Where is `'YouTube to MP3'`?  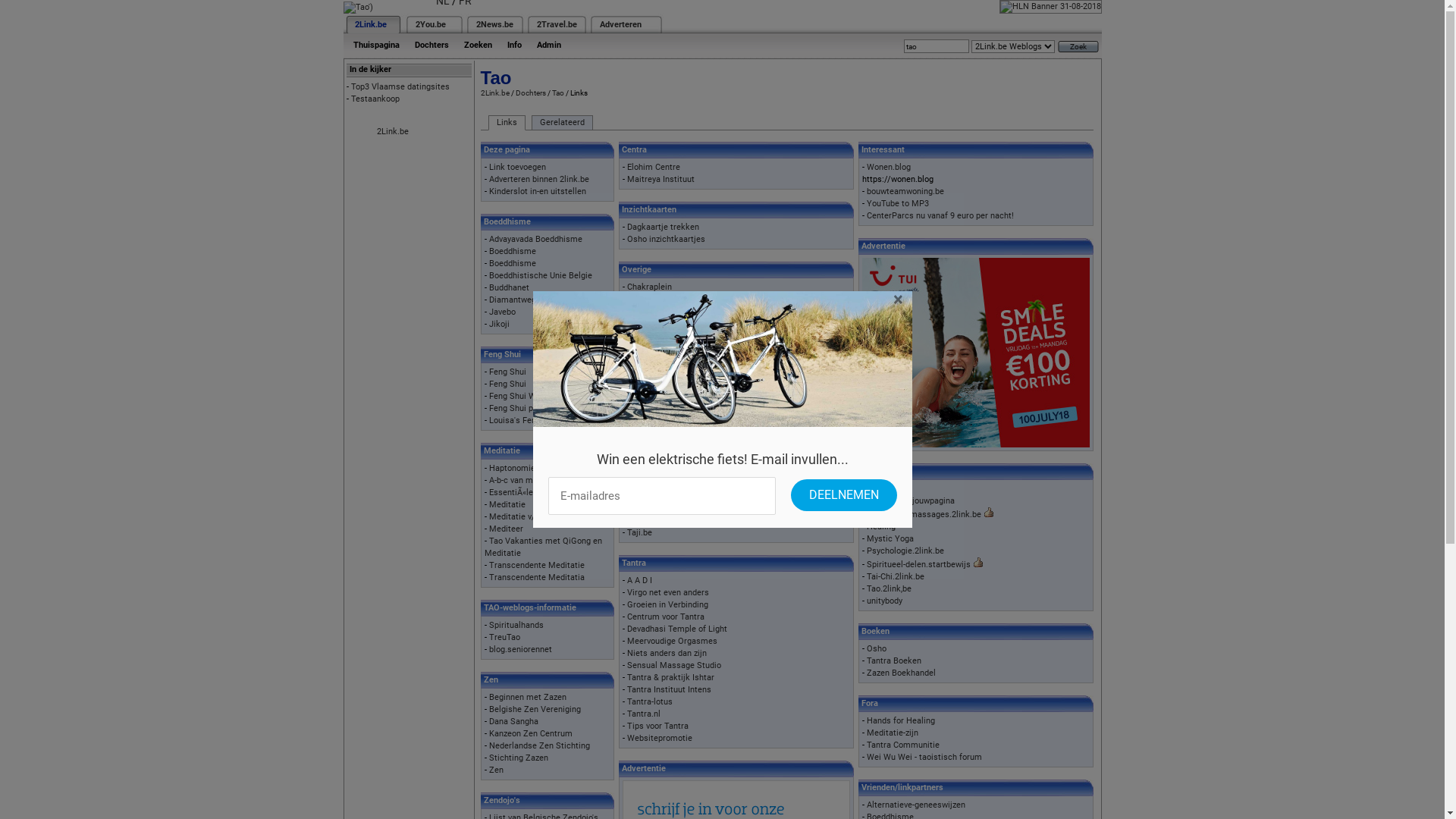 'YouTube to MP3' is located at coordinates (896, 202).